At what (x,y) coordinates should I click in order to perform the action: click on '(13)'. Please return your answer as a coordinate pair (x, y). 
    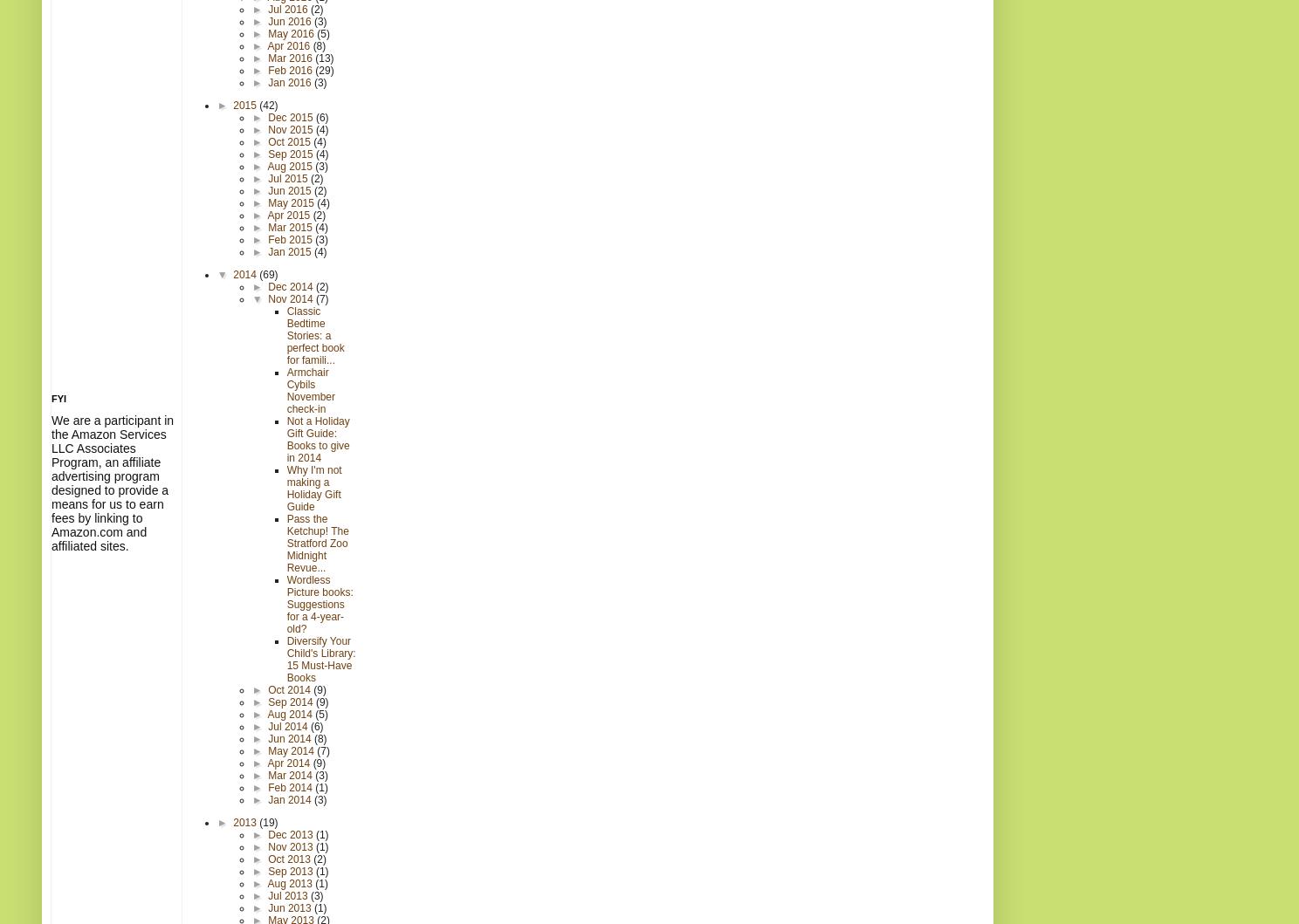
    Looking at the image, I should click on (314, 57).